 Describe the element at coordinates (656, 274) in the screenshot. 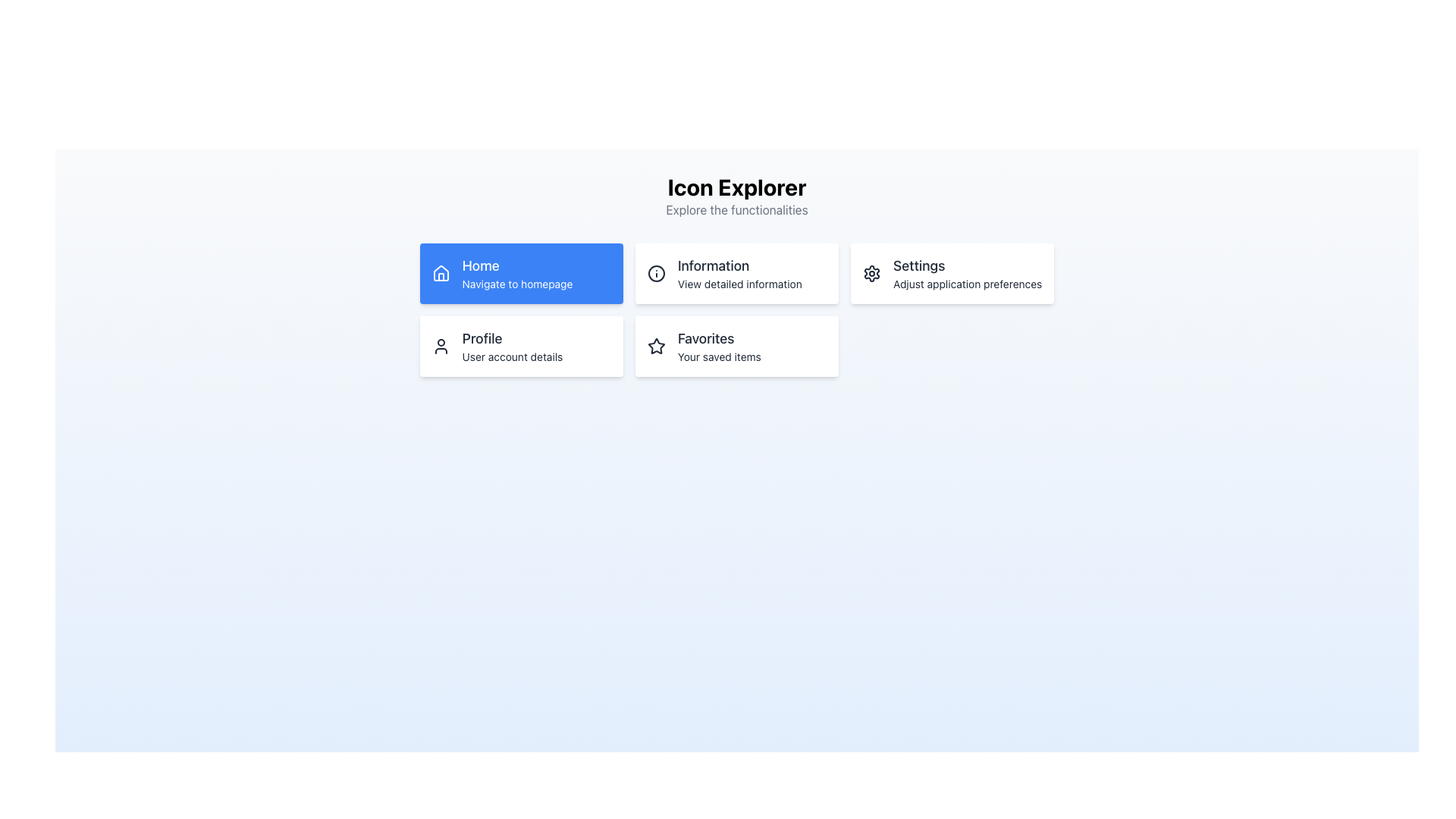

I see `the circular Decorative SVG element at the center of the 'Information' icon, located in the top row, second column` at that location.